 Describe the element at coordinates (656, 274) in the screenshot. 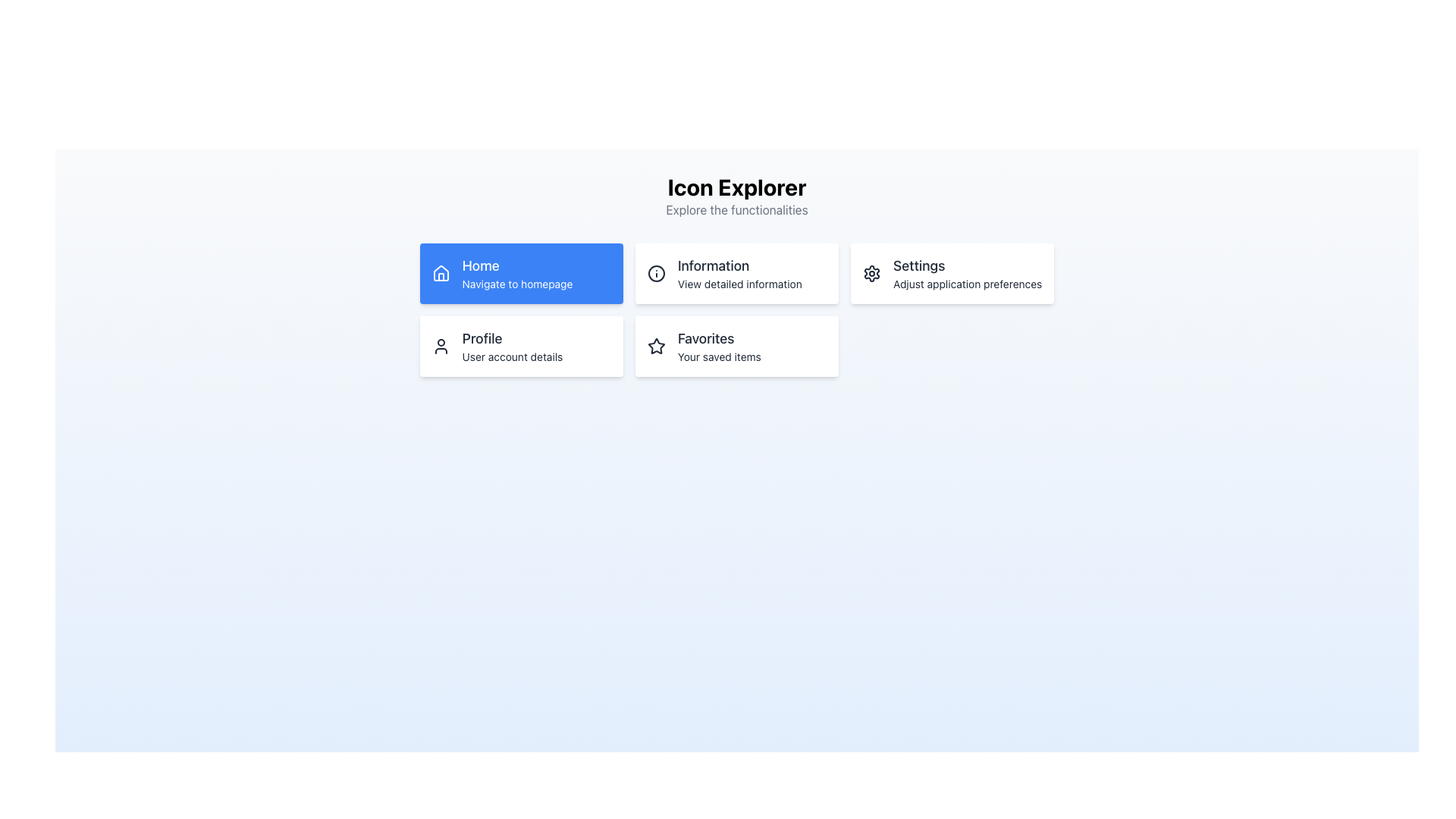

I see `the circular Decorative SVG element at the center of the 'Information' icon, located in the top row, second column` at that location.